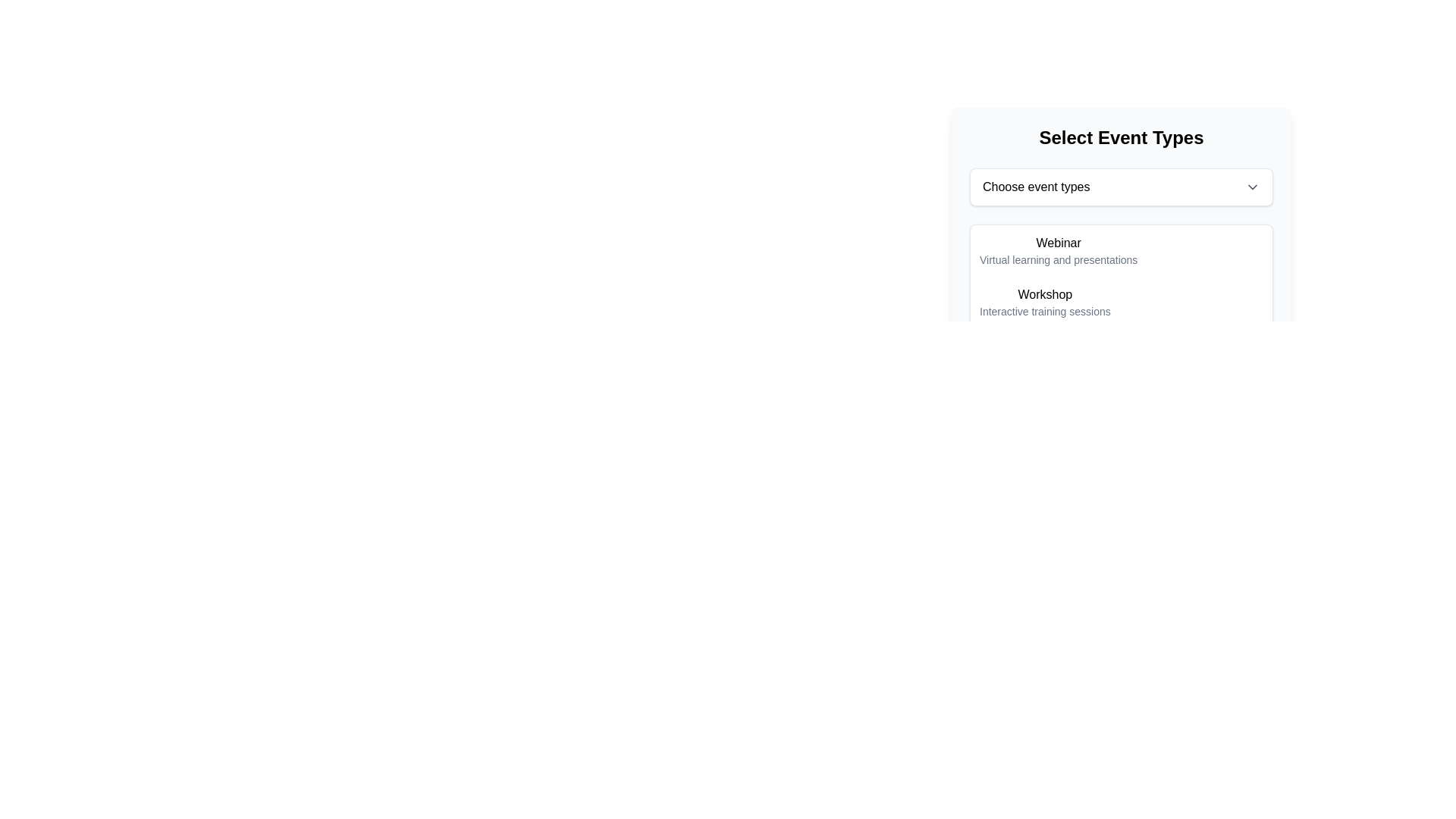 The width and height of the screenshot is (1456, 819). Describe the element at coordinates (1252, 186) in the screenshot. I see `the downward-pointing chevron icon, which is located at the far right end of the 'Choose event types' box` at that location.